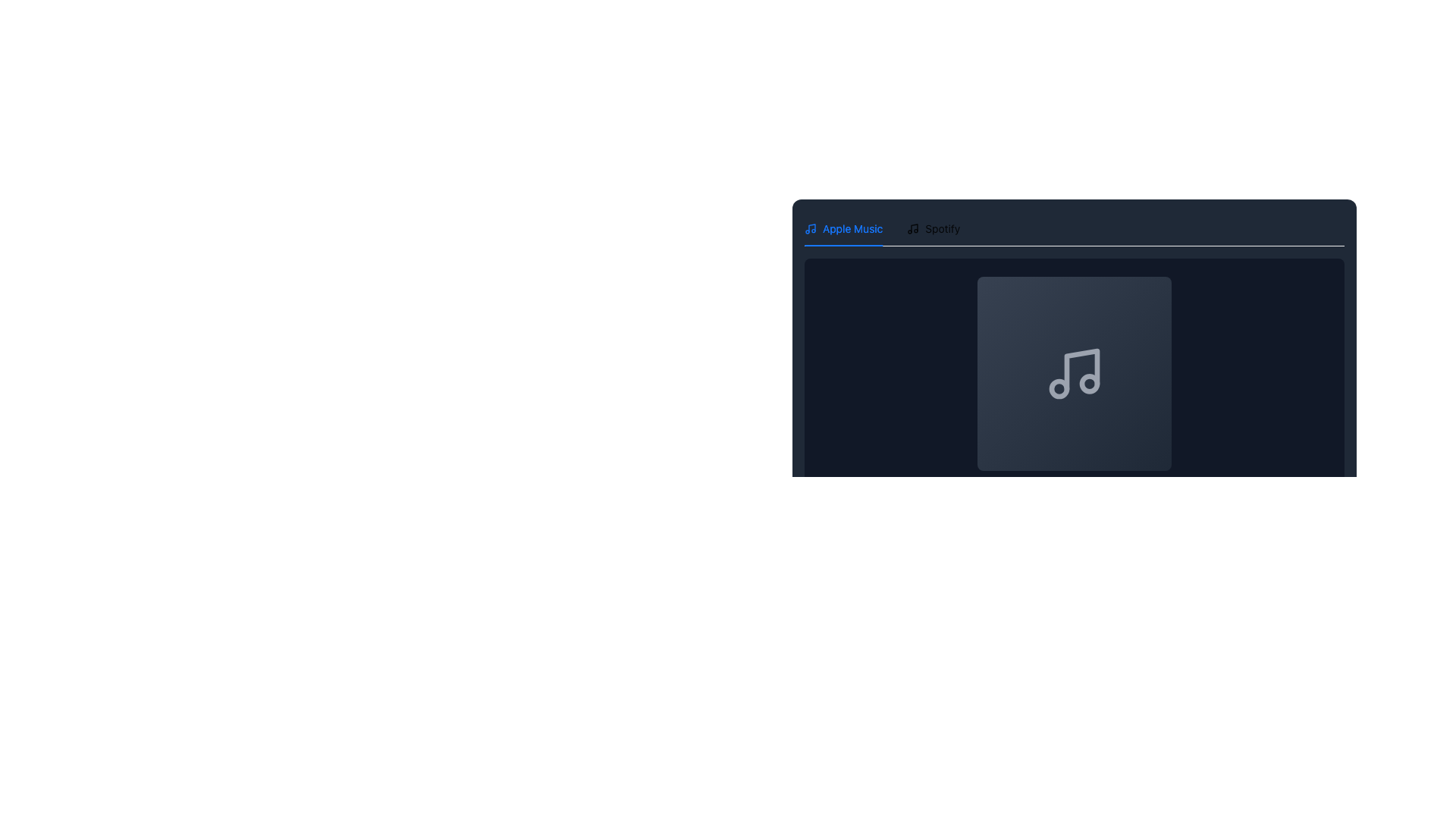 This screenshot has width=1456, height=819. What do you see at coordinates (882, 228) in the screenshot?
I see `the 'Apple Music' tab in the tab navigation system` at bounding box center [882, 228].